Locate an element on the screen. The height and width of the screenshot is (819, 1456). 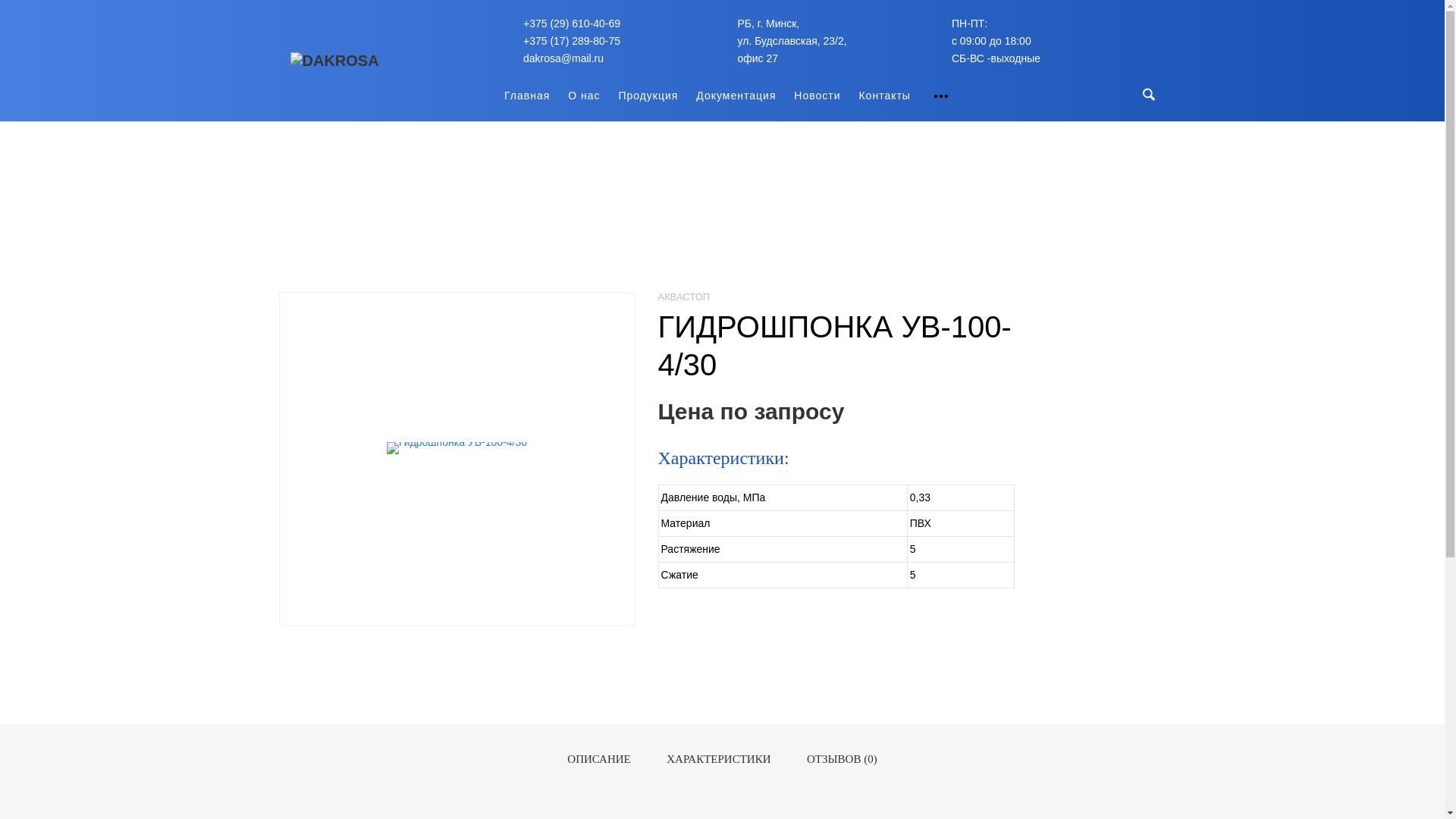
'dakrosa' is located at coordinates (333, 59).